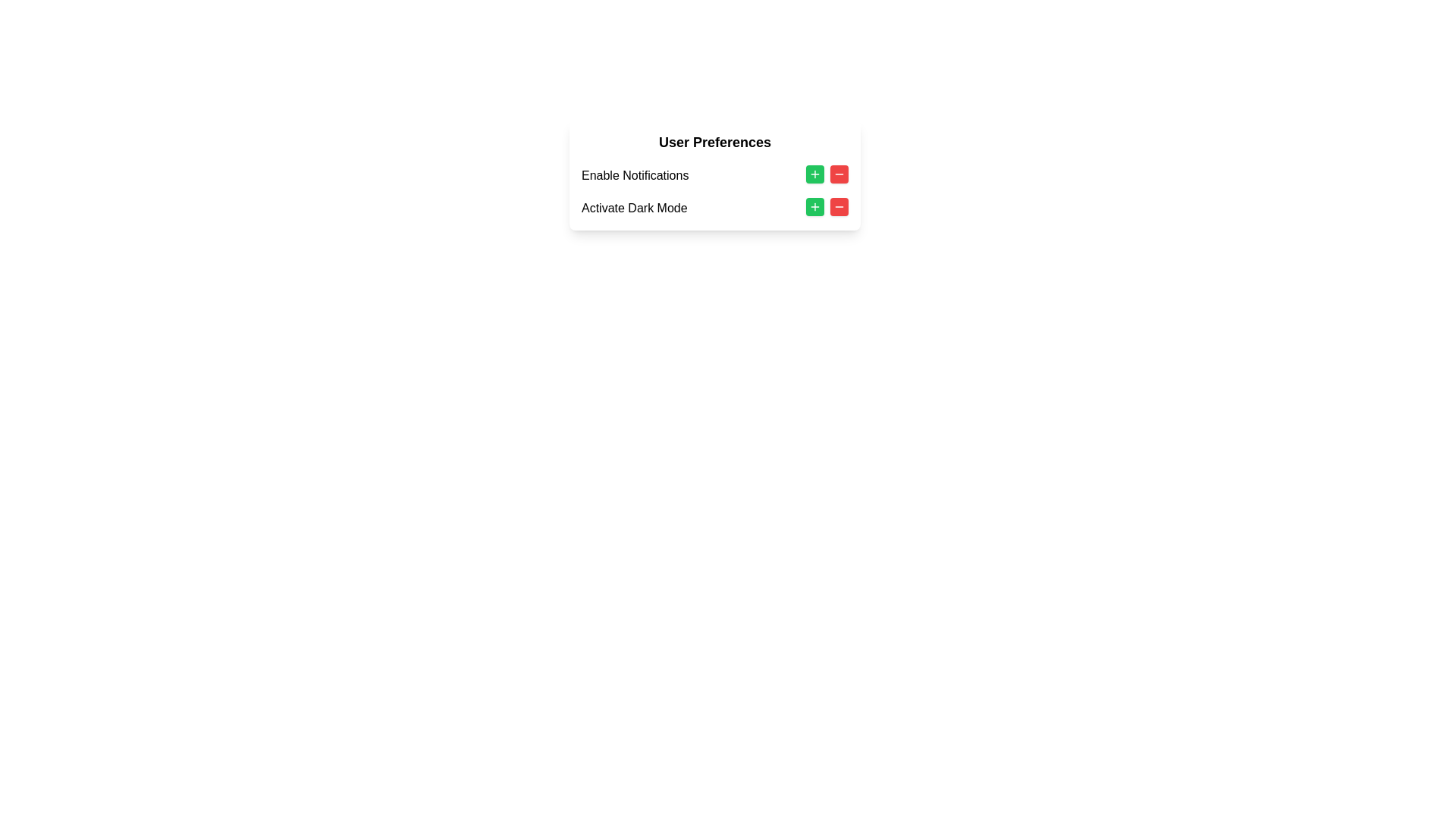  Describe the element at coordinates (634, 208) in the screenshot. I see `the 'Activate Dark Mode' text label, which is styled in black text on a white background and located in the 'User Preferences' section as the leftmost component of the second row` at that location.